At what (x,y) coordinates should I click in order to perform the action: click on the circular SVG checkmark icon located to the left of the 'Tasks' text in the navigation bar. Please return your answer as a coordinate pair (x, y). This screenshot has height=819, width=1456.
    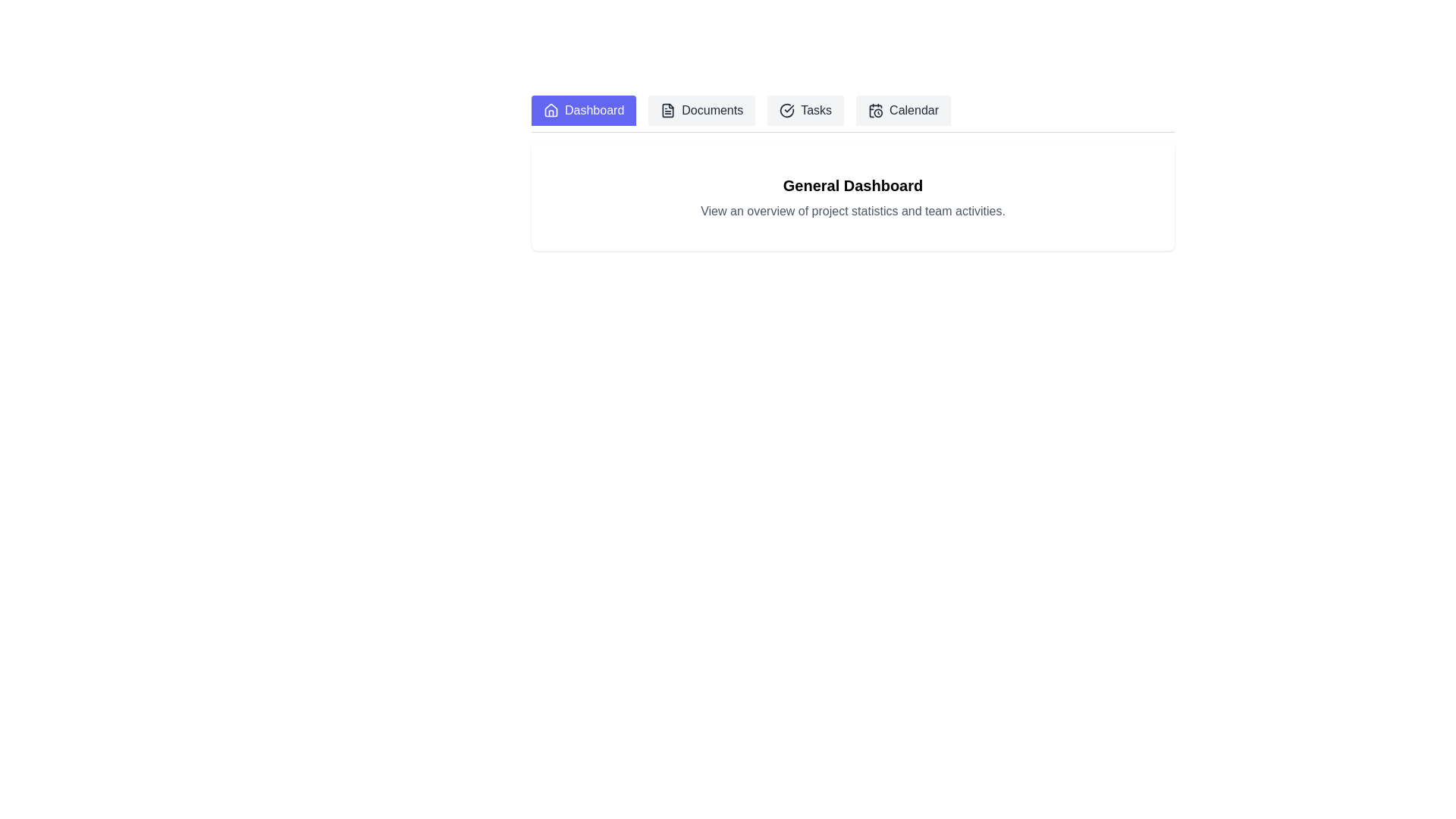
    Looking at the image, I should click on (787, 110).